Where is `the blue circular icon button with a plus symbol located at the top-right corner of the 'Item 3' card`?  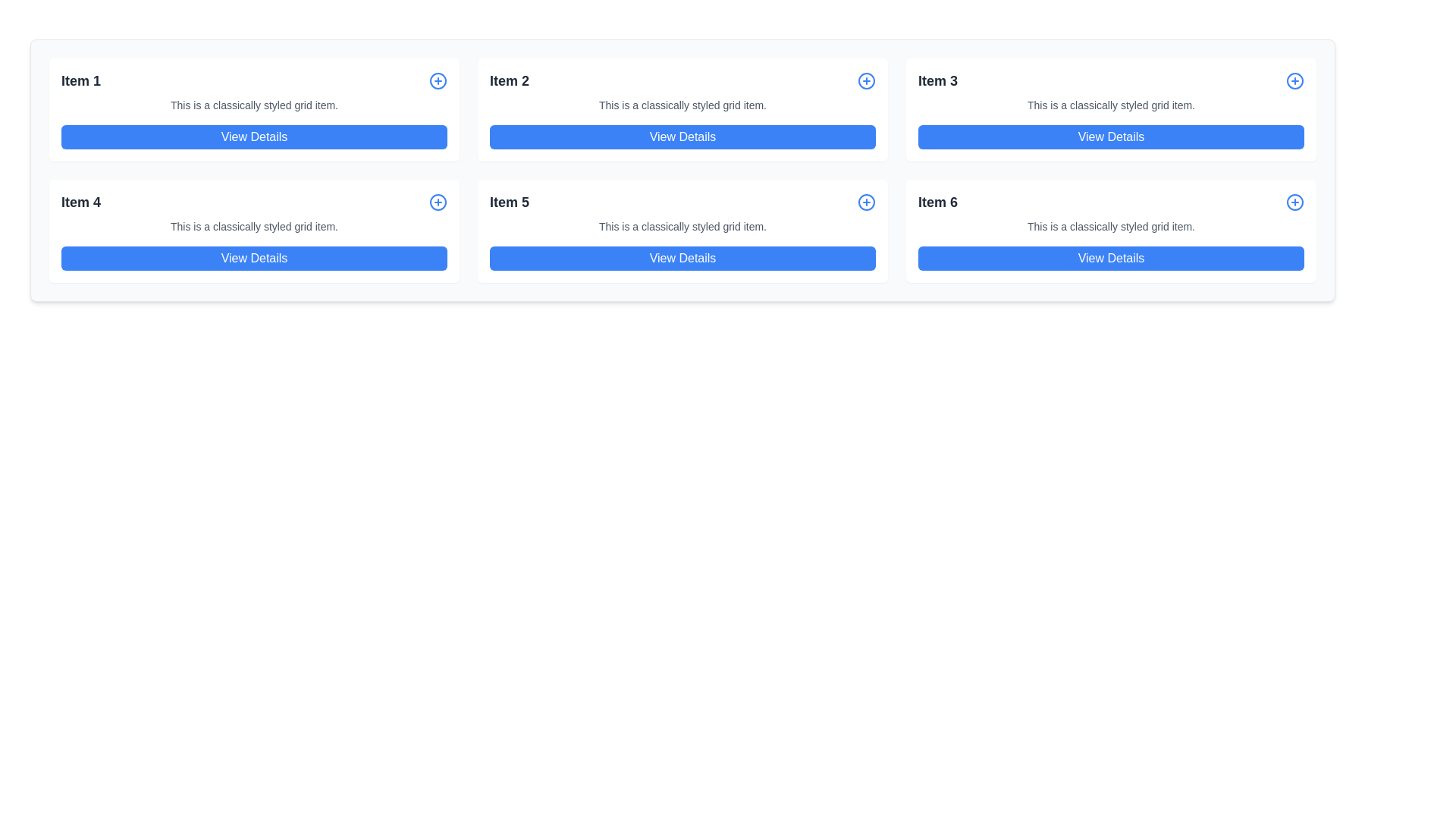 the blue circular icon button with a plus symbol located at the top-right corner of the 'Item 3' card is located at coordinates (1294, 81).